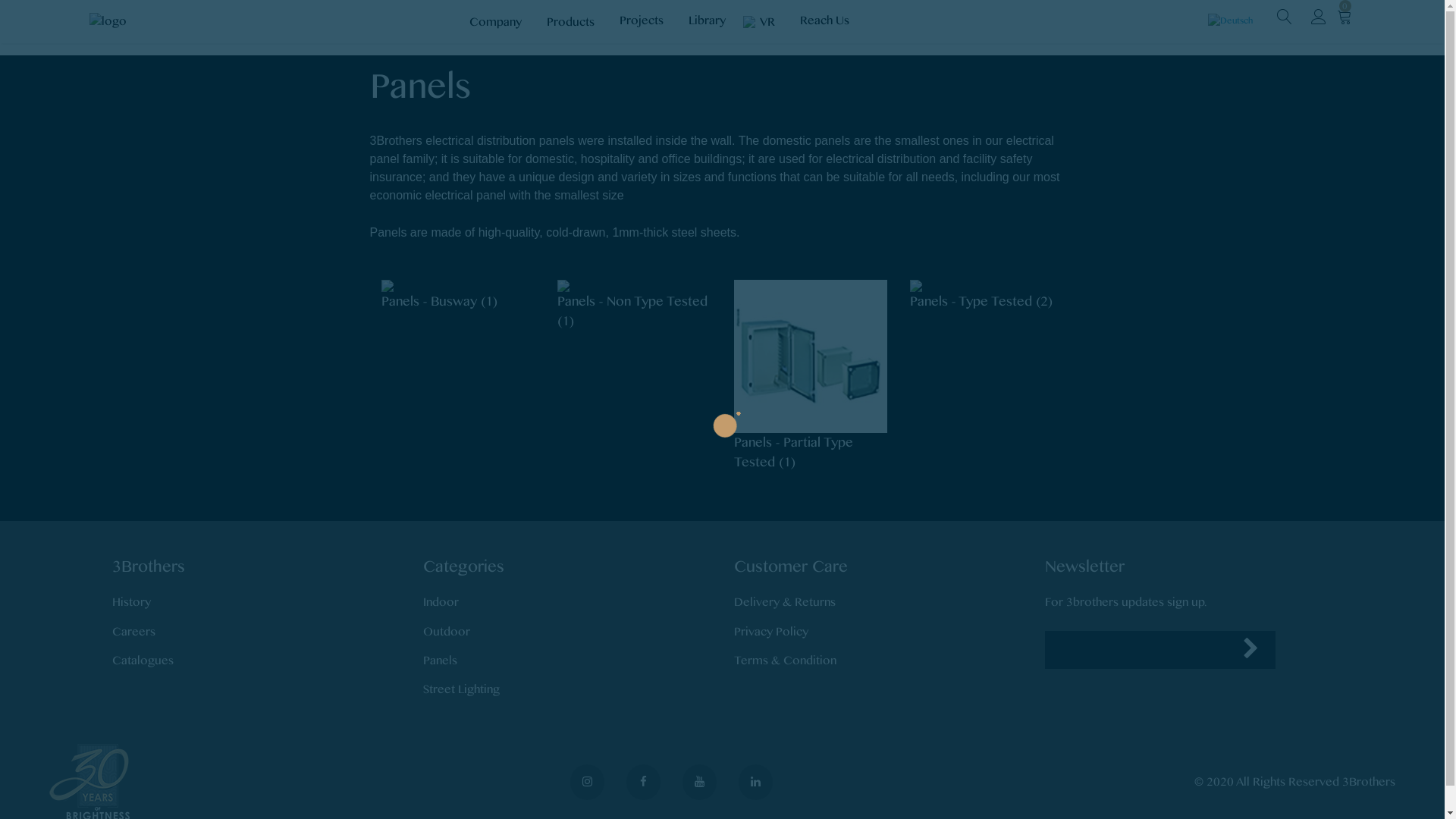 This screenshot has height=819, width=1456. I want to click on 'Panels - Type Tested (2)', so click(987, 294).